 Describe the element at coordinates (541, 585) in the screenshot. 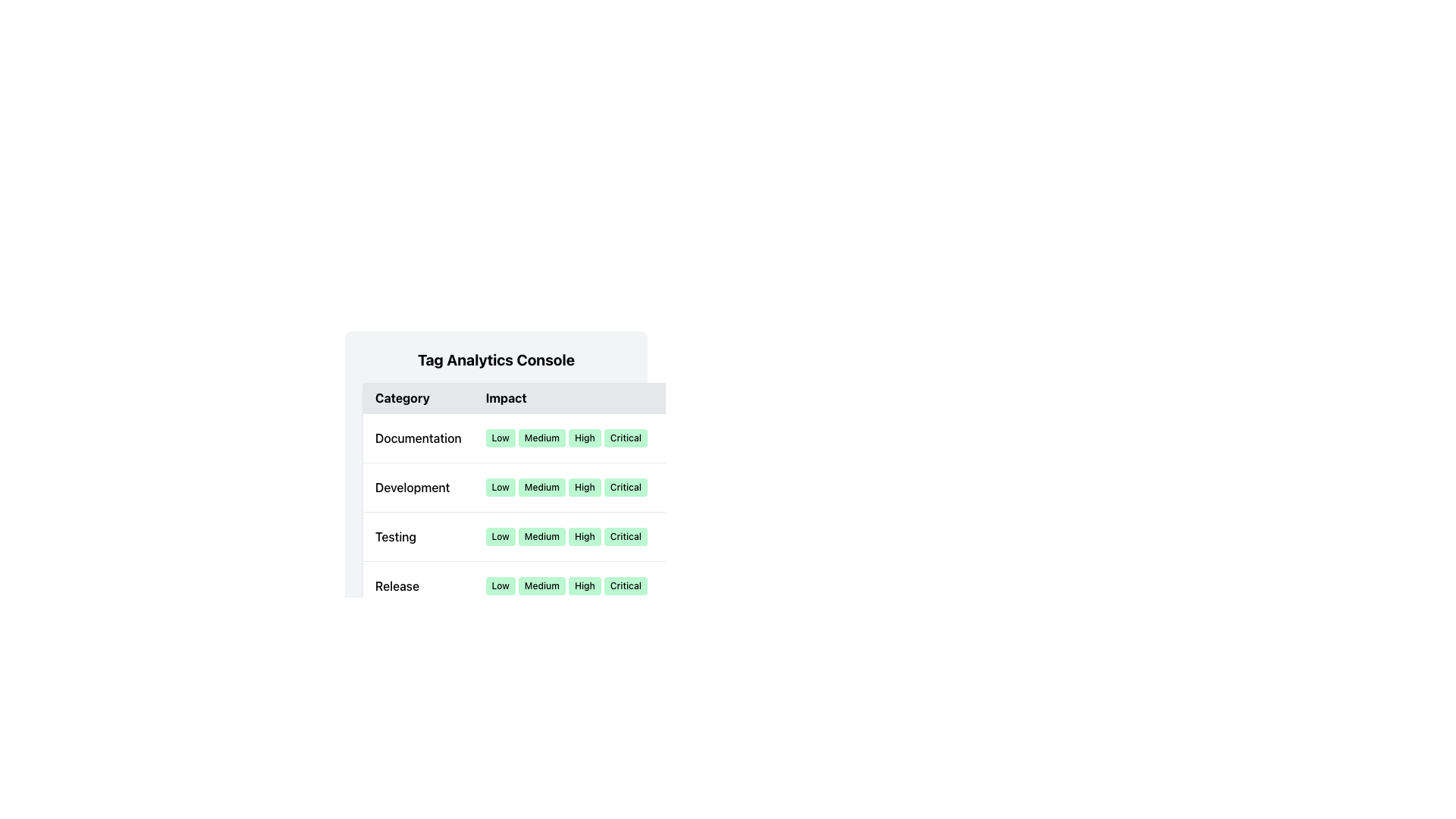

I see `the 'Medium' label or badge UI component with a green background that indicates a categorical impact level, positioned between the 'Low' and 'High' elements in the 'Impact' column` at that location.